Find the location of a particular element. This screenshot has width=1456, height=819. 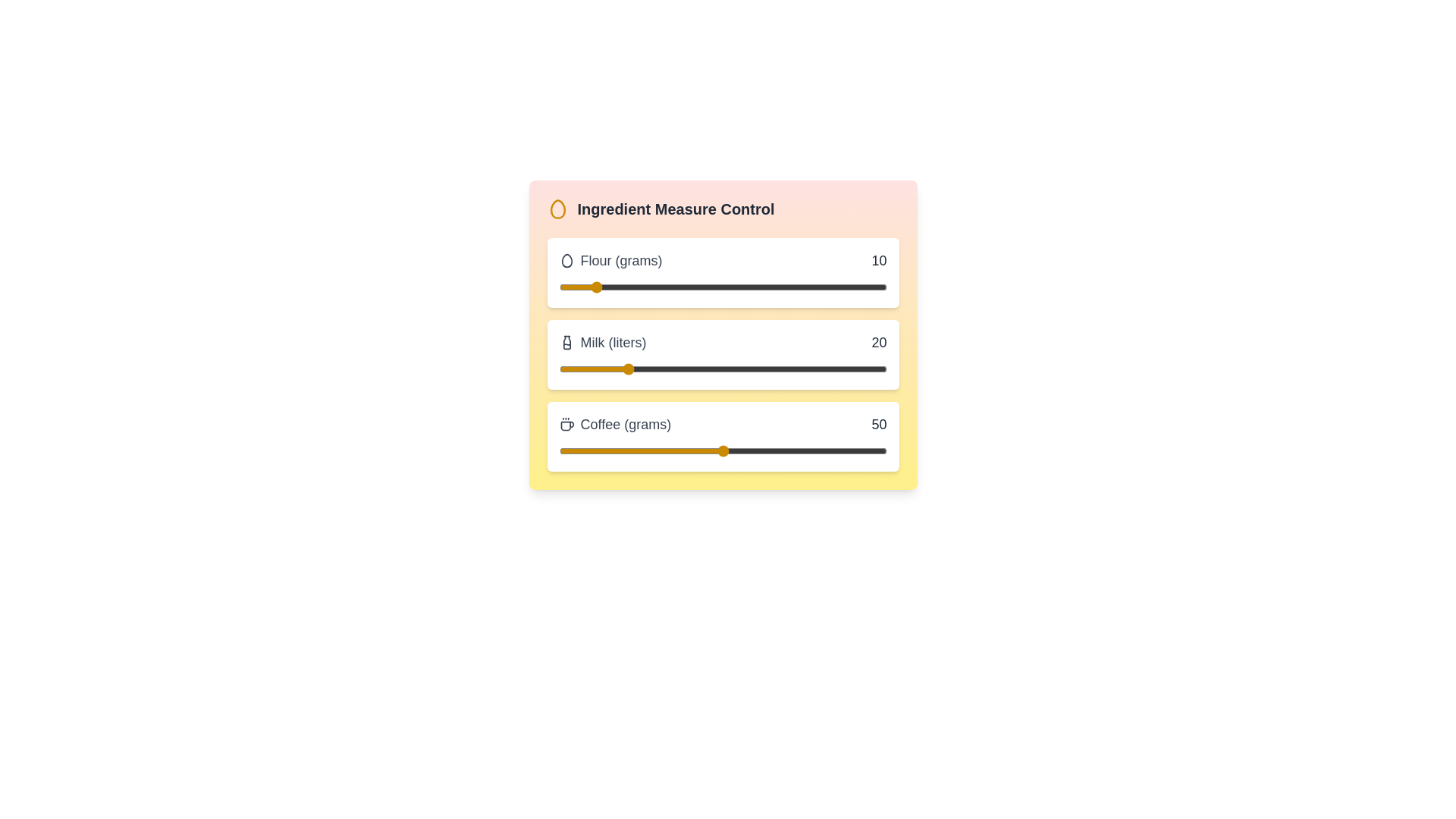

the milk slider is located at coordinates (725, 369).